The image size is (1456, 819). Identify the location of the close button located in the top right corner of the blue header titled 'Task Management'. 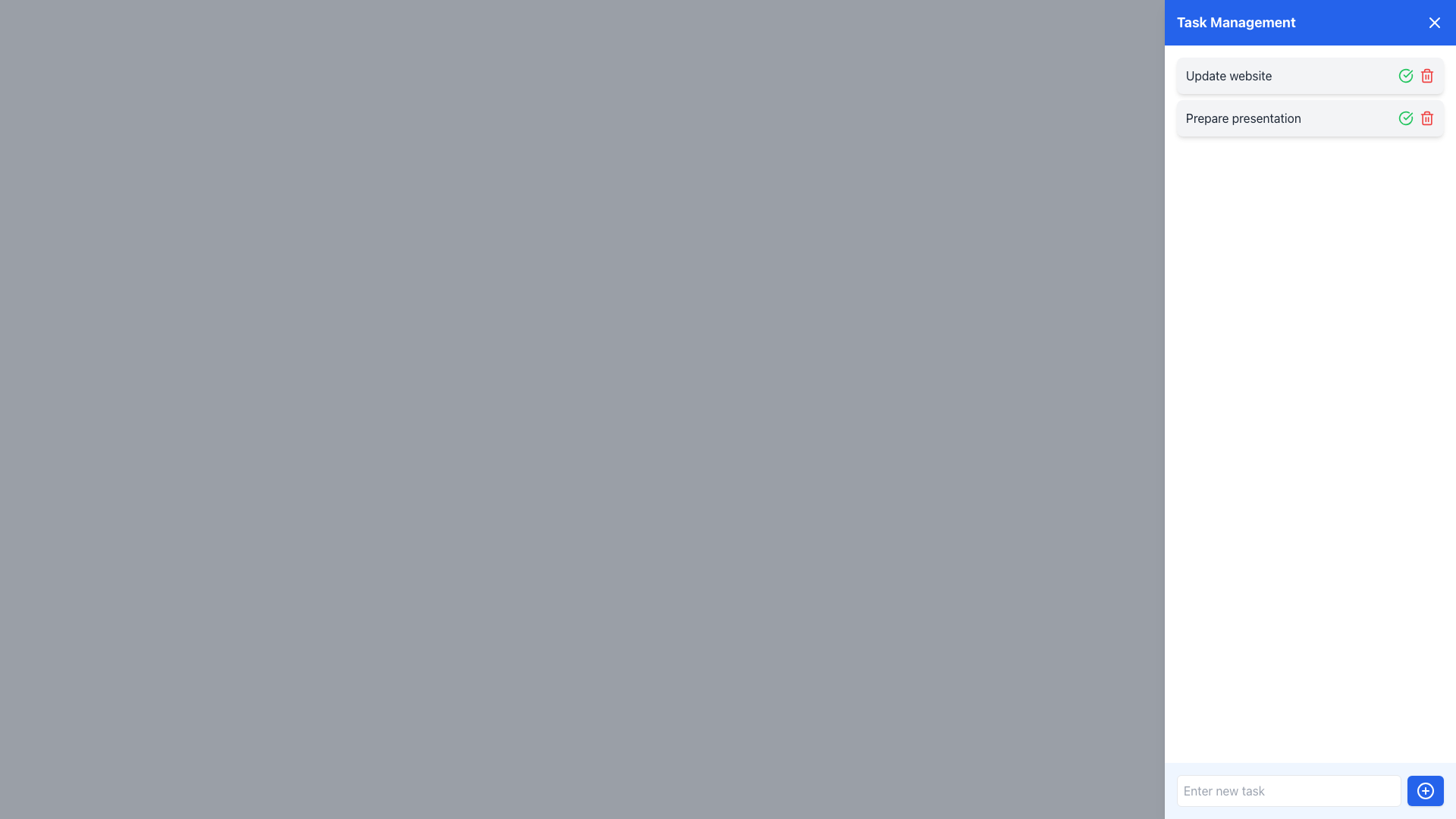
(1433, 23).